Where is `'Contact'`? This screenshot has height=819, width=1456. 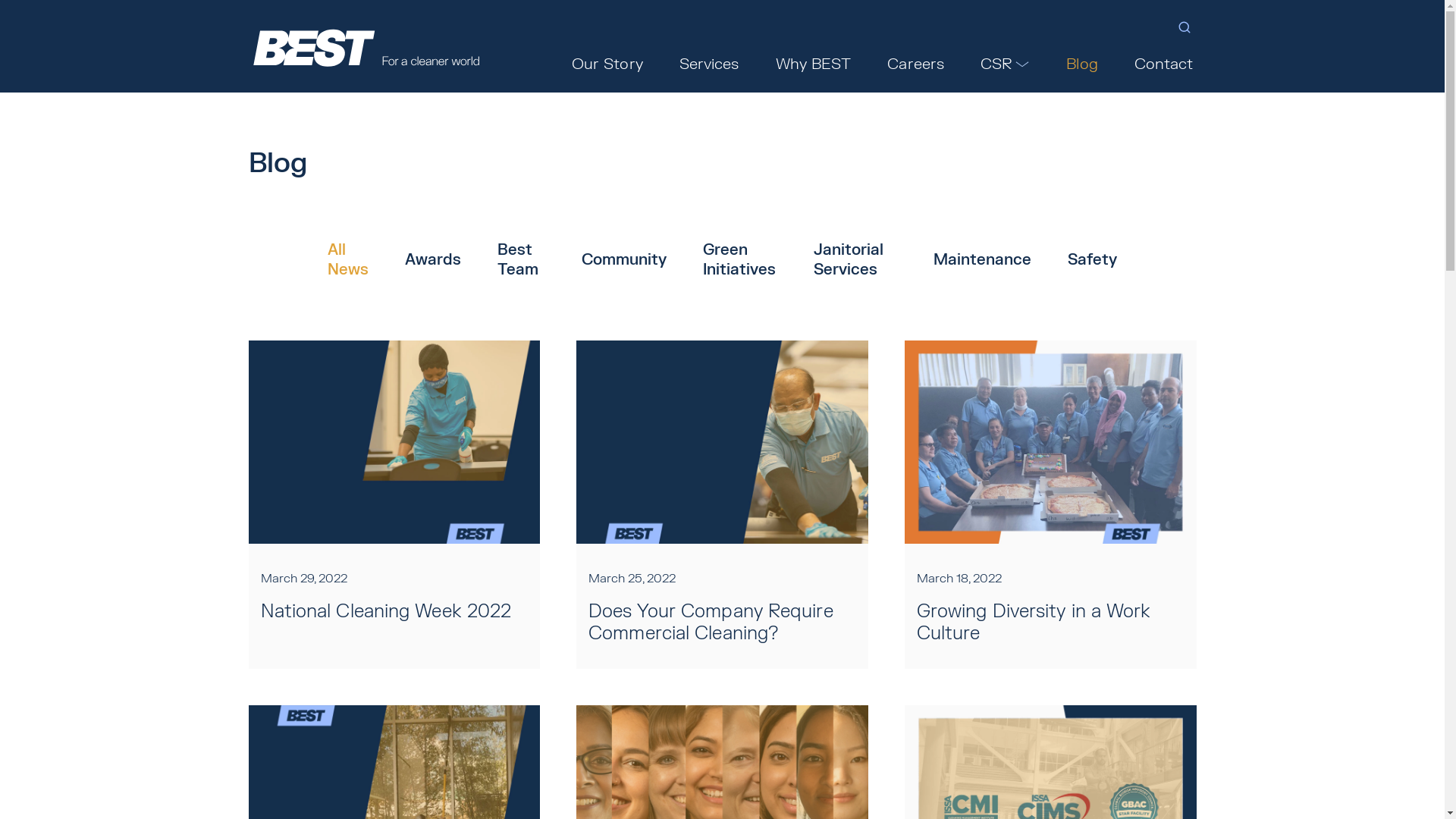 'Contact' is located at coordinates (1163, 63).